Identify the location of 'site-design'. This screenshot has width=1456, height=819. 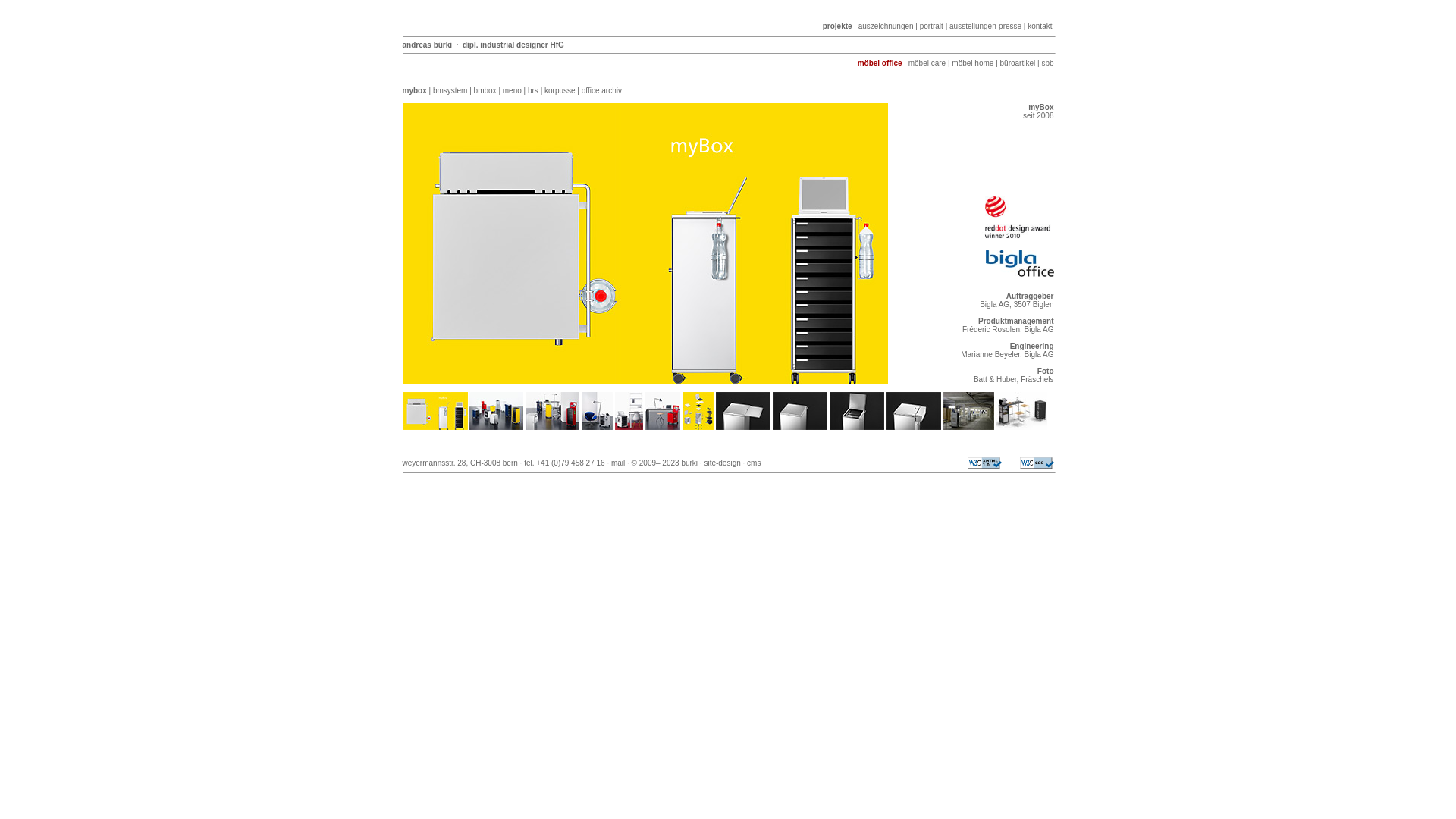
(720, 462).